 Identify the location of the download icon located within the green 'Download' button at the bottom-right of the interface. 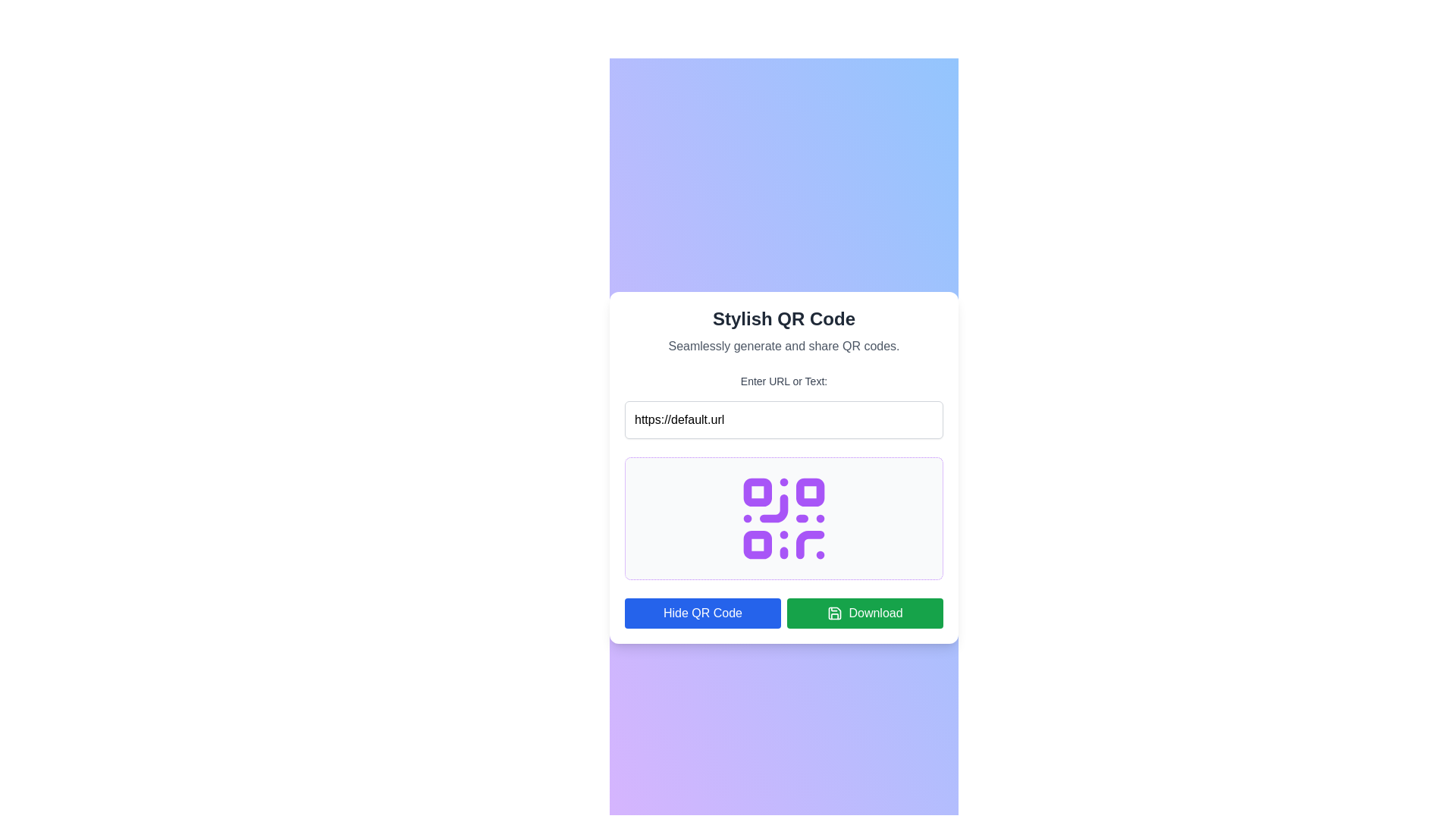
(834, 613).